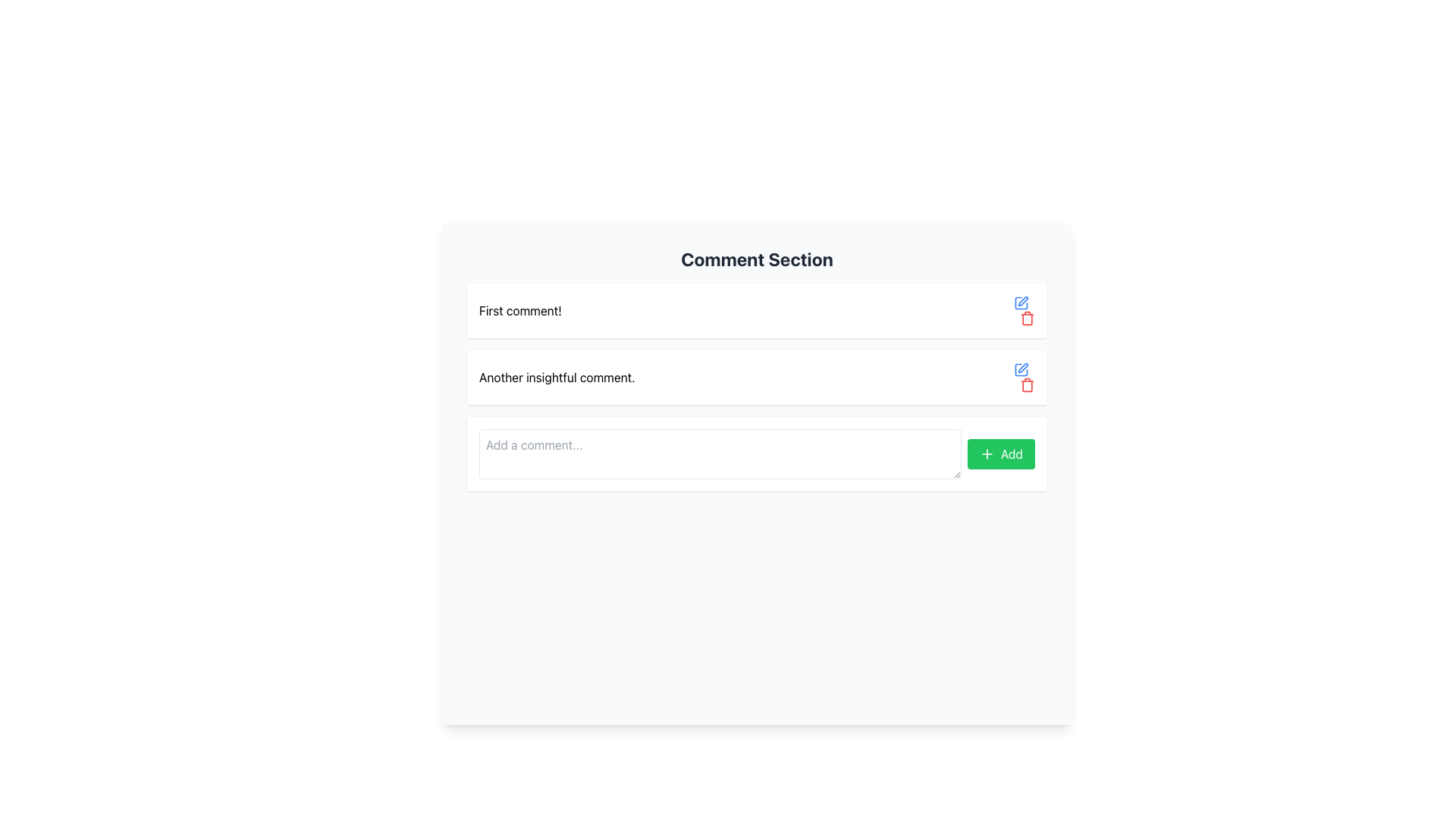 The width and height of the screenshot is (1456, 819). I want to click on the lower blue edit icon located to the right of the second comment's text, so click(1021, 370).